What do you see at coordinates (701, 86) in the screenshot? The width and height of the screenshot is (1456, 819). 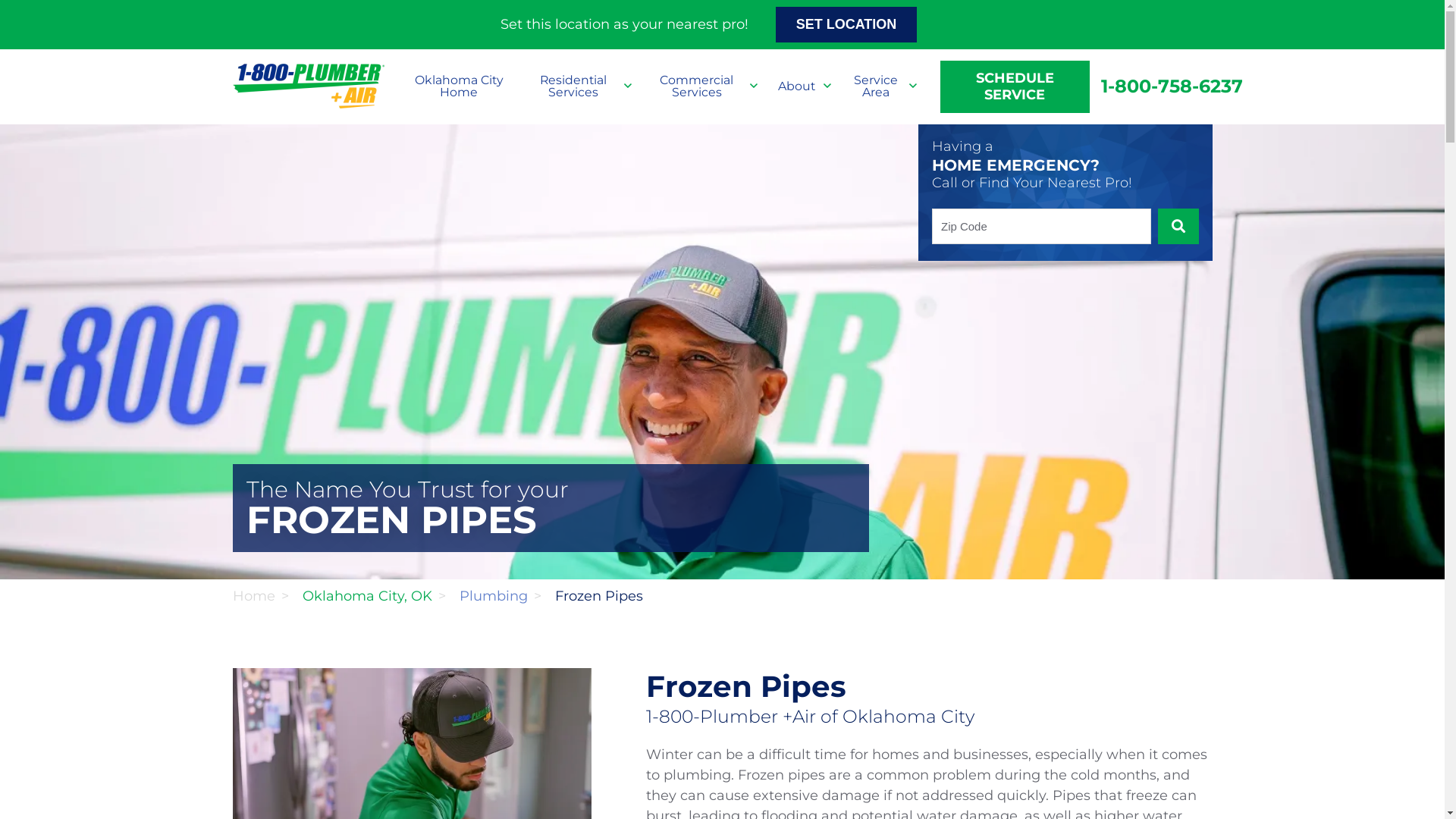 I see `'Commercial Services'` at bounding box center [701, 86].